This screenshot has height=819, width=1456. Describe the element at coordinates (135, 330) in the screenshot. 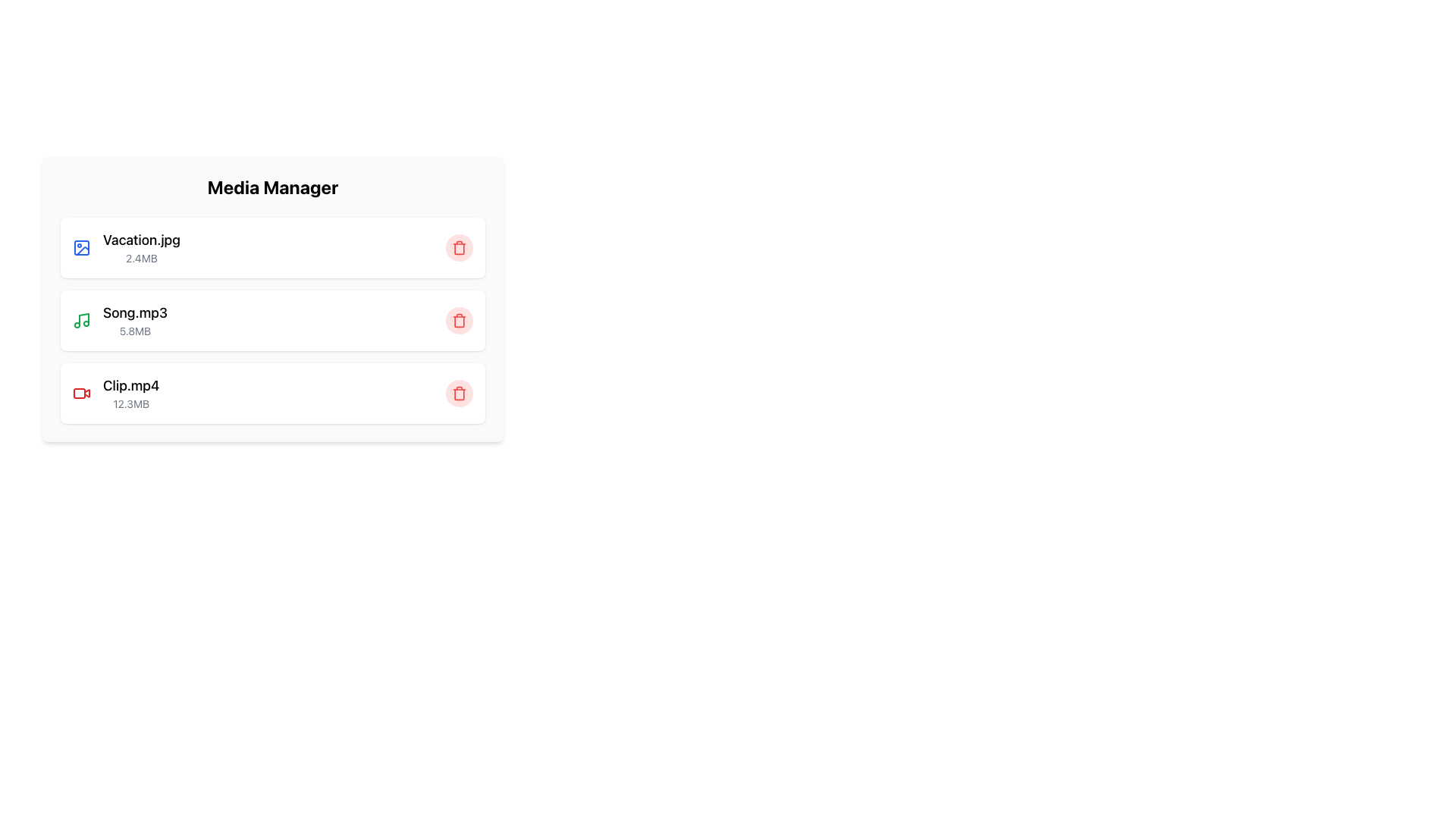

I see `the text label displaying '5.8MB', which is located below the 'Song.mp3' label in the 'Media Manager' panel` at that location.